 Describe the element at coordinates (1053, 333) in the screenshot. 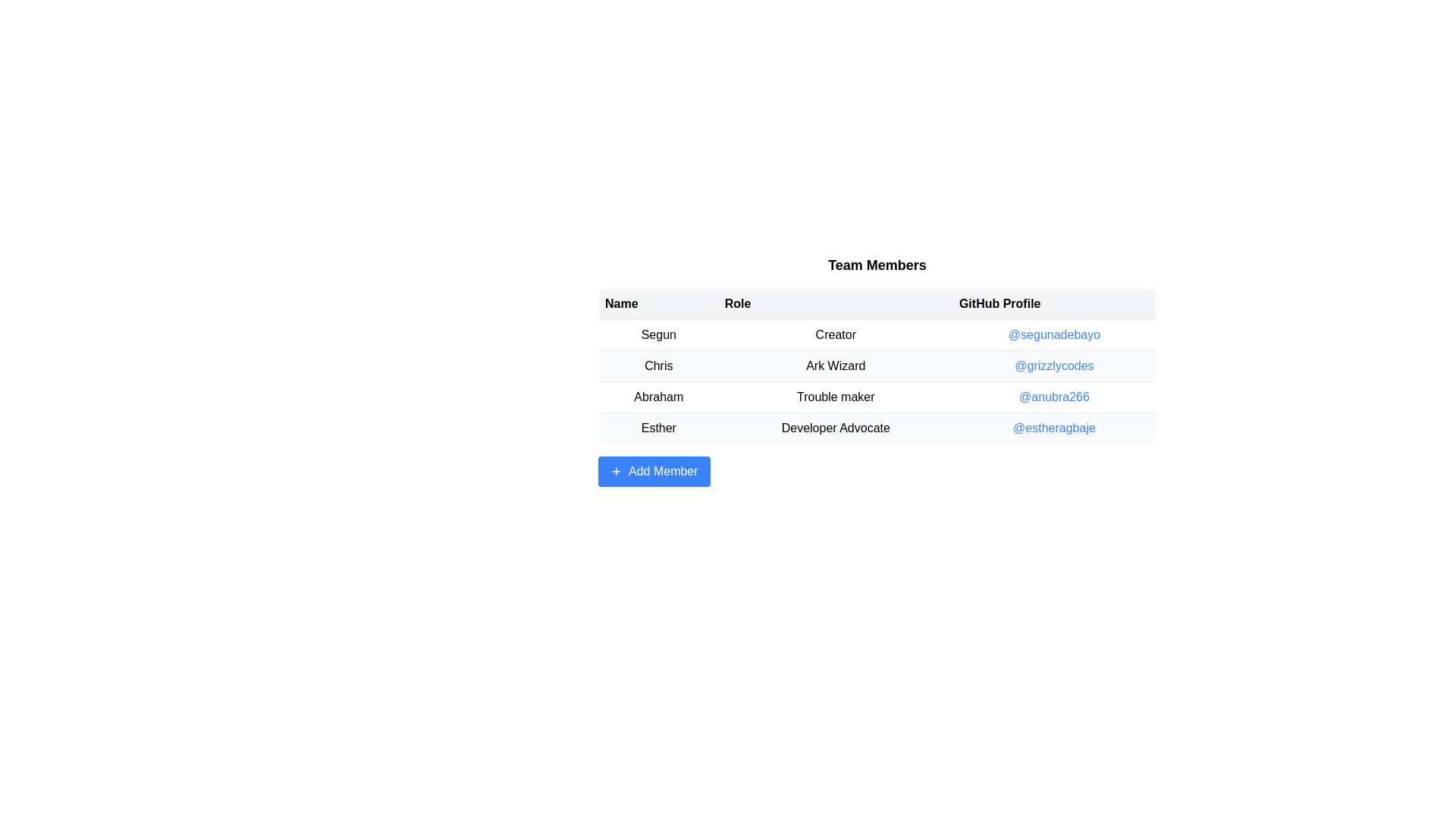

I see `the hyperlink '@segunadebayo' in the 'Team Members' table located in the 'GitHub Profile' column` at that location.